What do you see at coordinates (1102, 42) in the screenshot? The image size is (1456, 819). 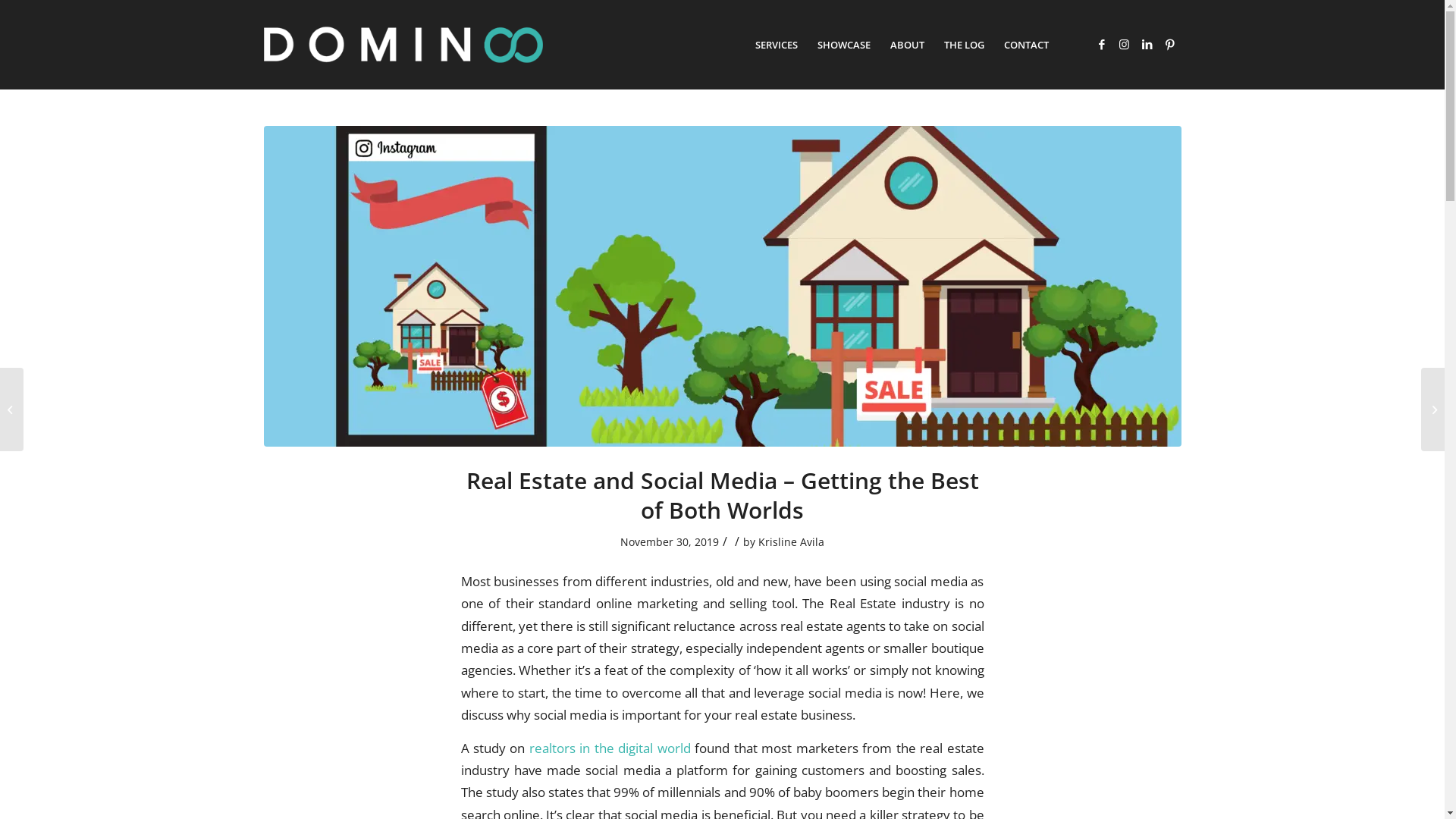 I see `'Facebook'` at bounding box center [1102, 42].